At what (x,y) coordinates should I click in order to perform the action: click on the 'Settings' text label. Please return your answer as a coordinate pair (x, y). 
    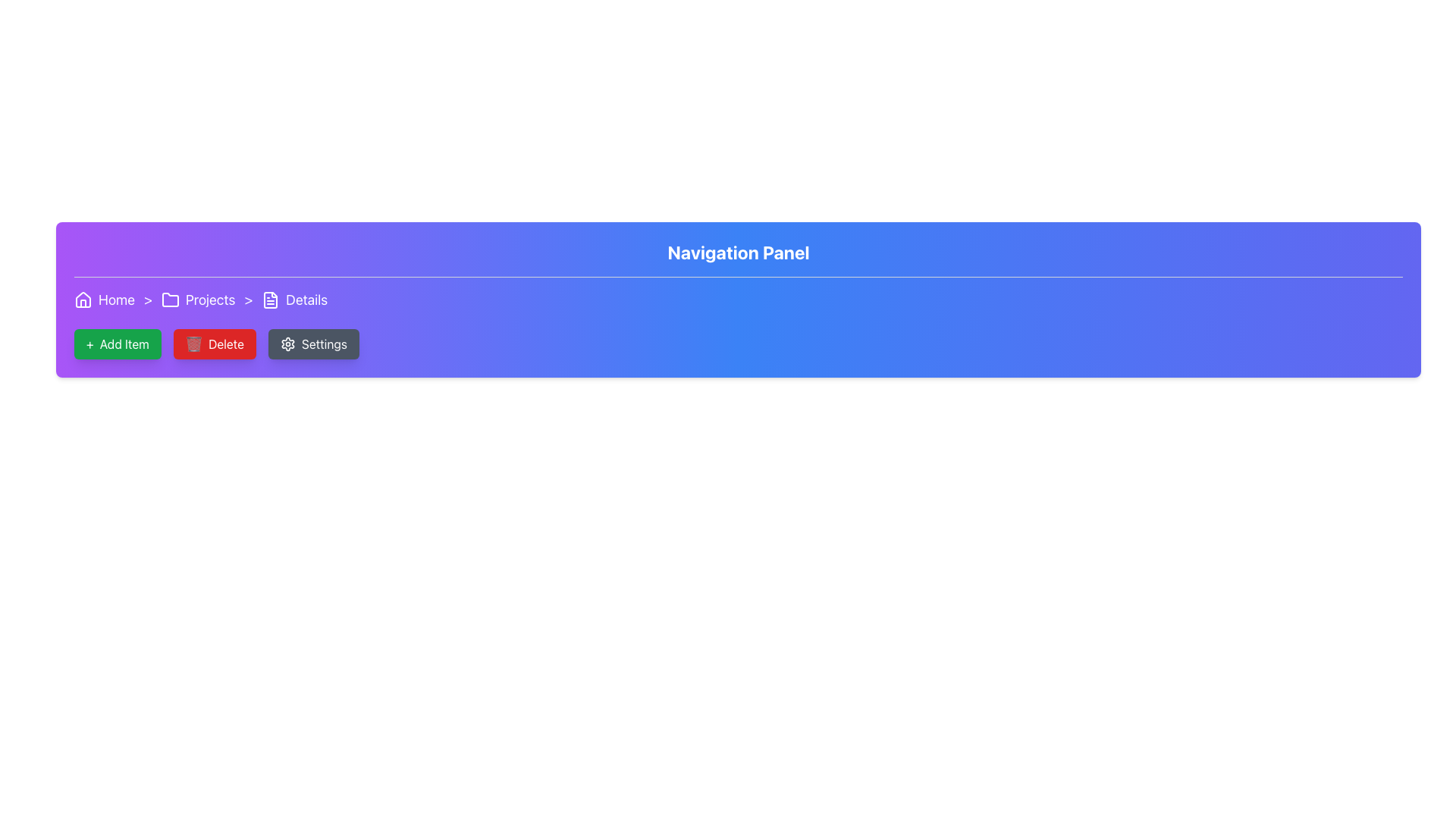
    Looking at the image, I should click on (323, 344).